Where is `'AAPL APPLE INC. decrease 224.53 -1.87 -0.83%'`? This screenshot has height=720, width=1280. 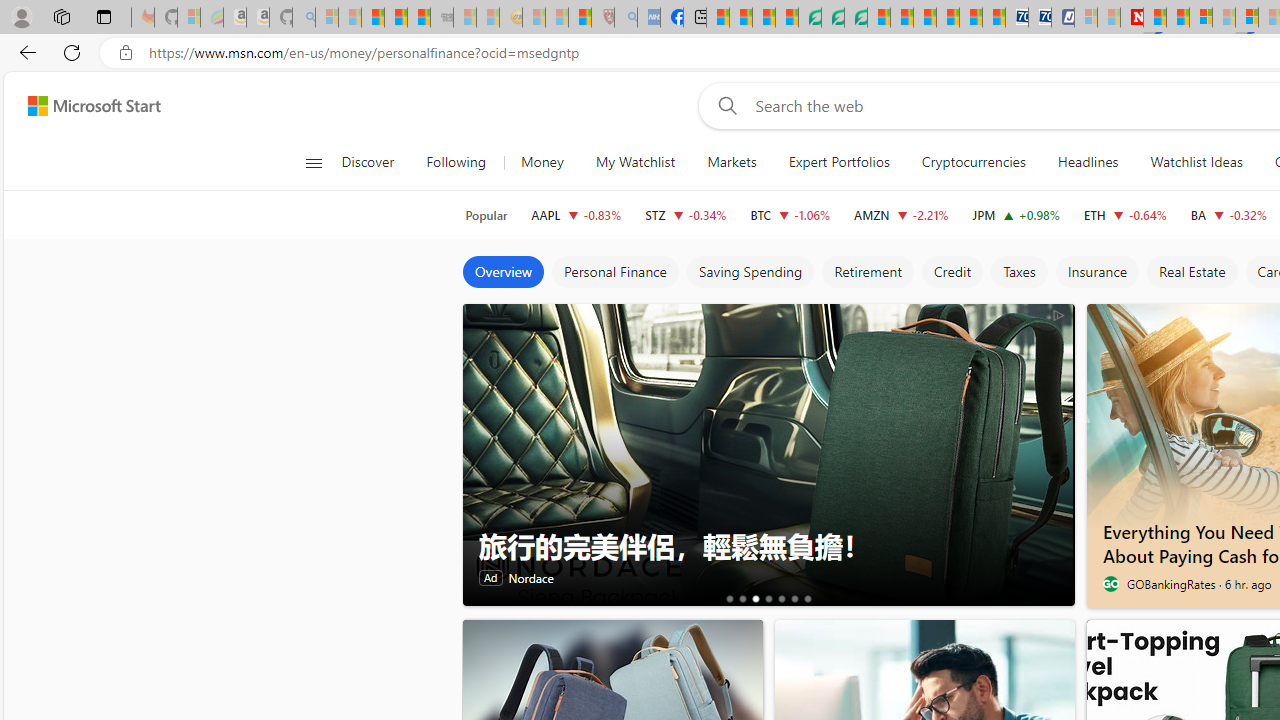 'AAPL APPLE INC. decrease 224.53 -1.87 -0.83%' is located at coordinates (575, 214).